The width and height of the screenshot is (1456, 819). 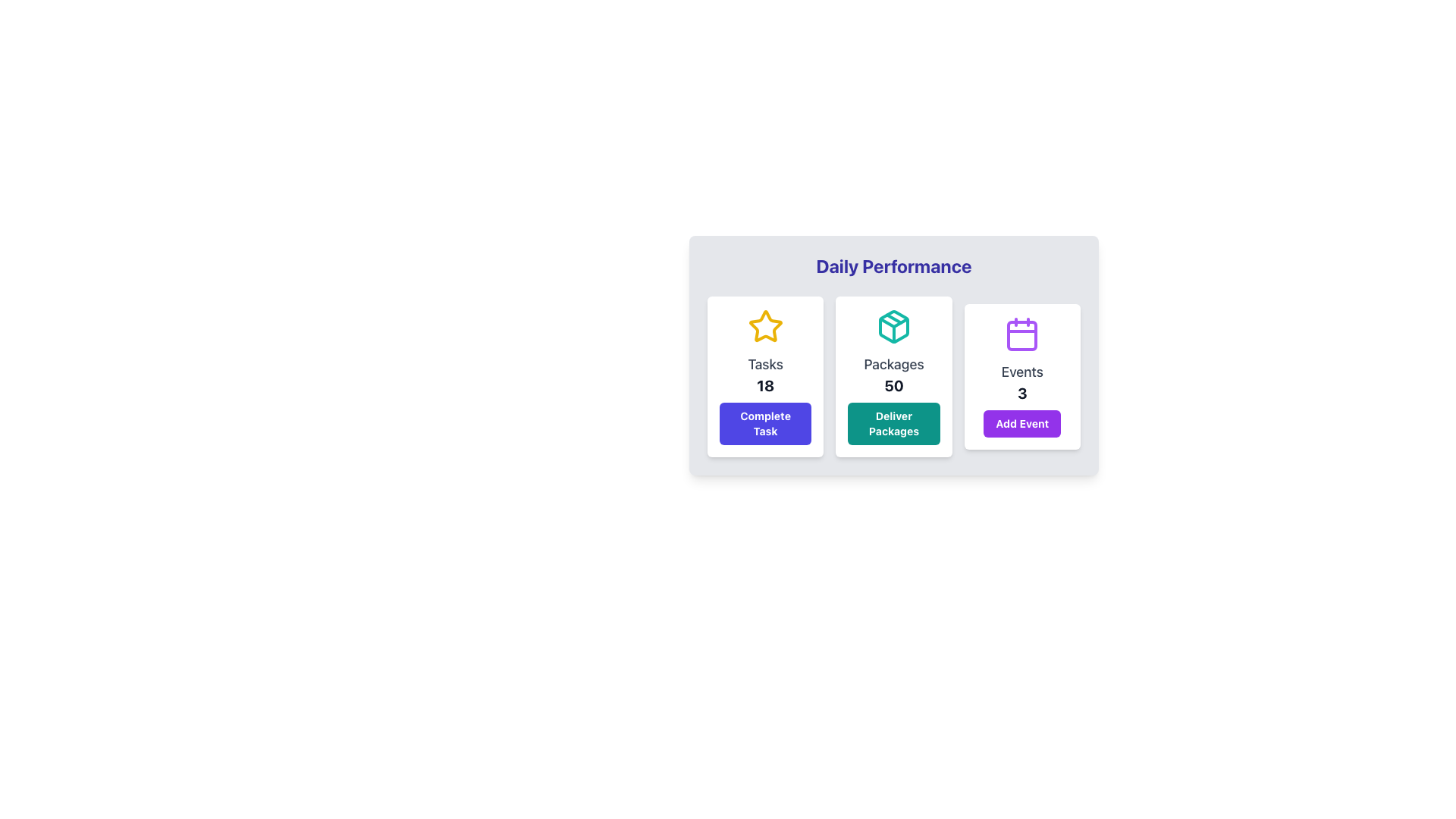 I want to click on the star icon located at the top-left of the 'Tasks' card in the 'Daily Performance' section, which symbolizes achievement related to the tasks metric, so click(x=765, y=325).